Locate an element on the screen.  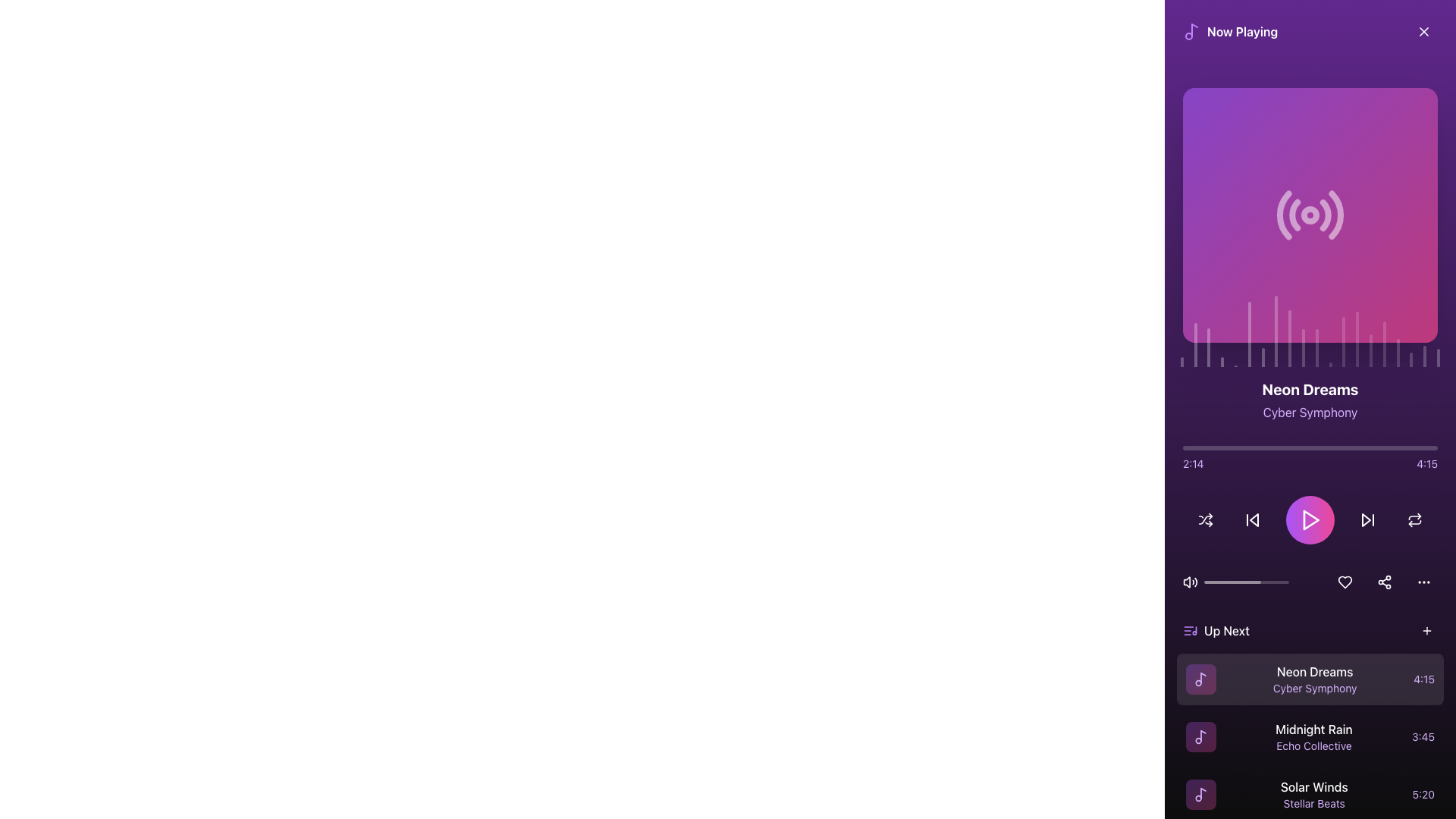
the play button is located at coordinates (1310, 519).